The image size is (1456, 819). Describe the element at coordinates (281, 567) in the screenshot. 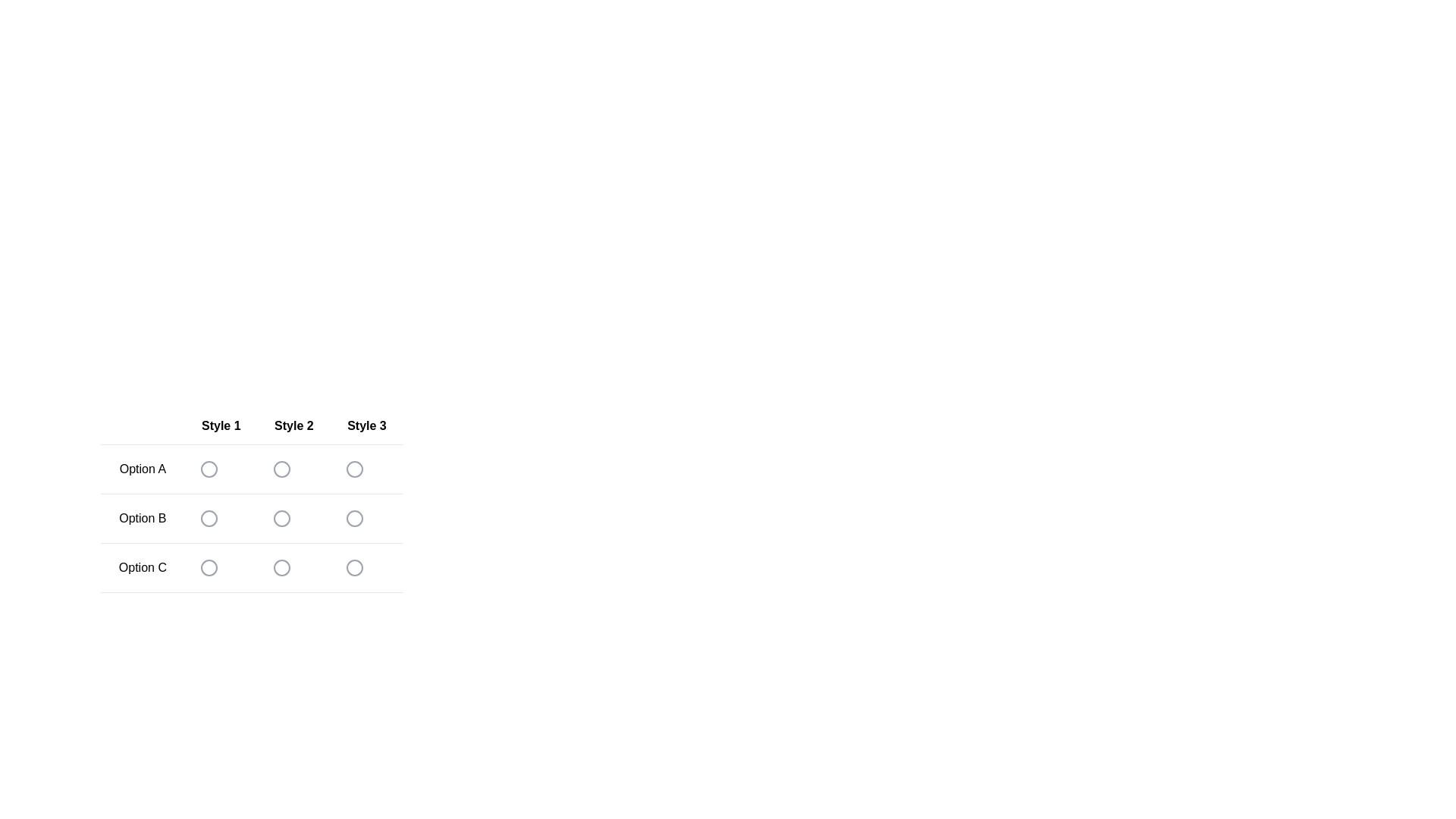

I see `the selected radio button in the third row under the second column labeled 'Style 2'` at that location.